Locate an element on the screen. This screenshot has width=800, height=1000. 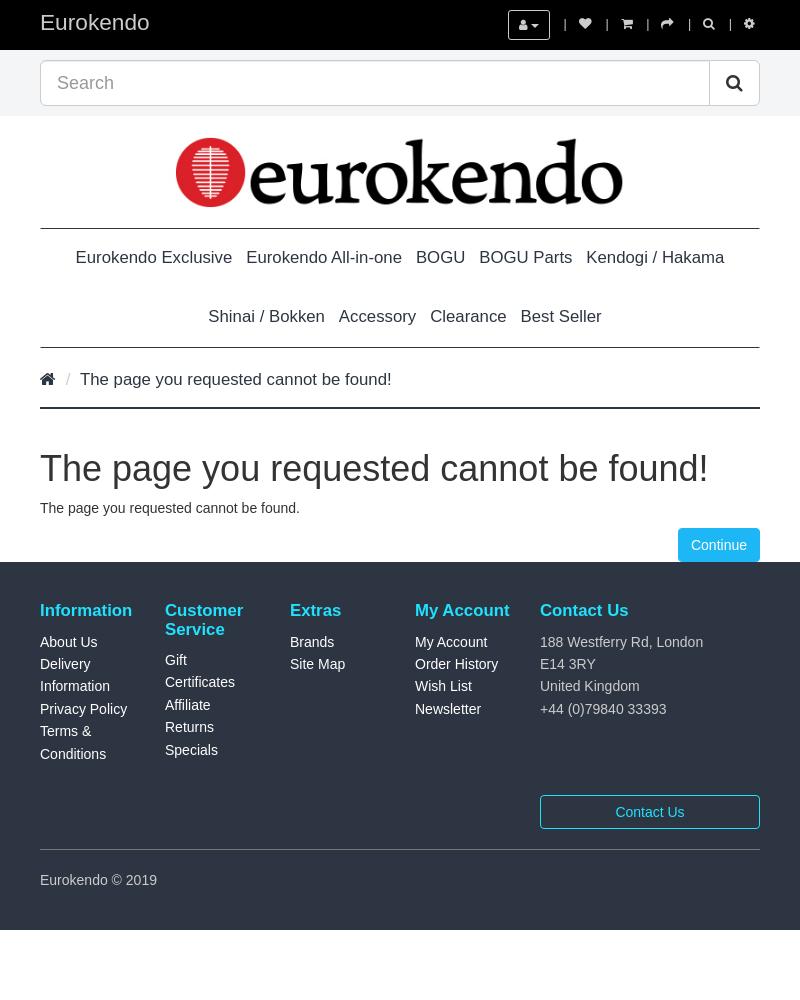
'Customer Service' is located at coordinates (204, 618).